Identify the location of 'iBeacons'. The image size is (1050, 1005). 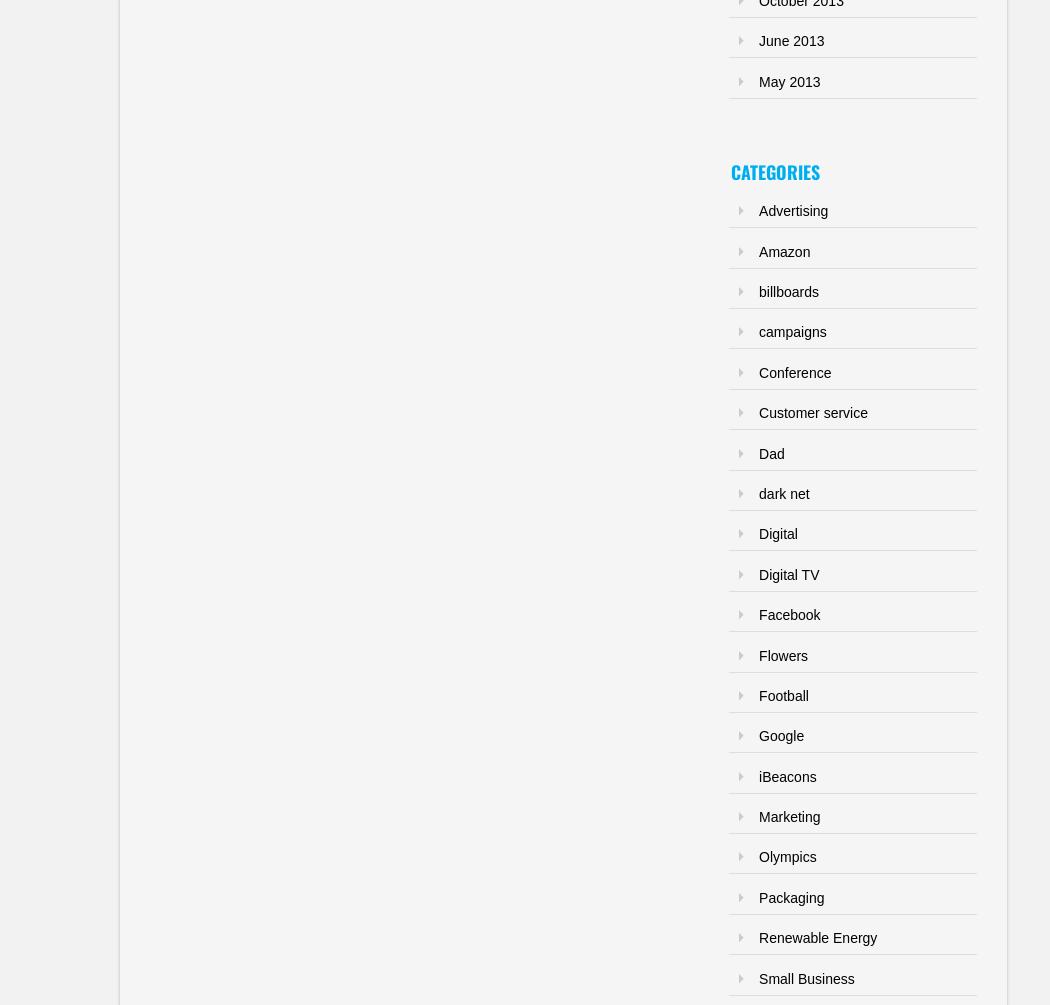
(787, 775).